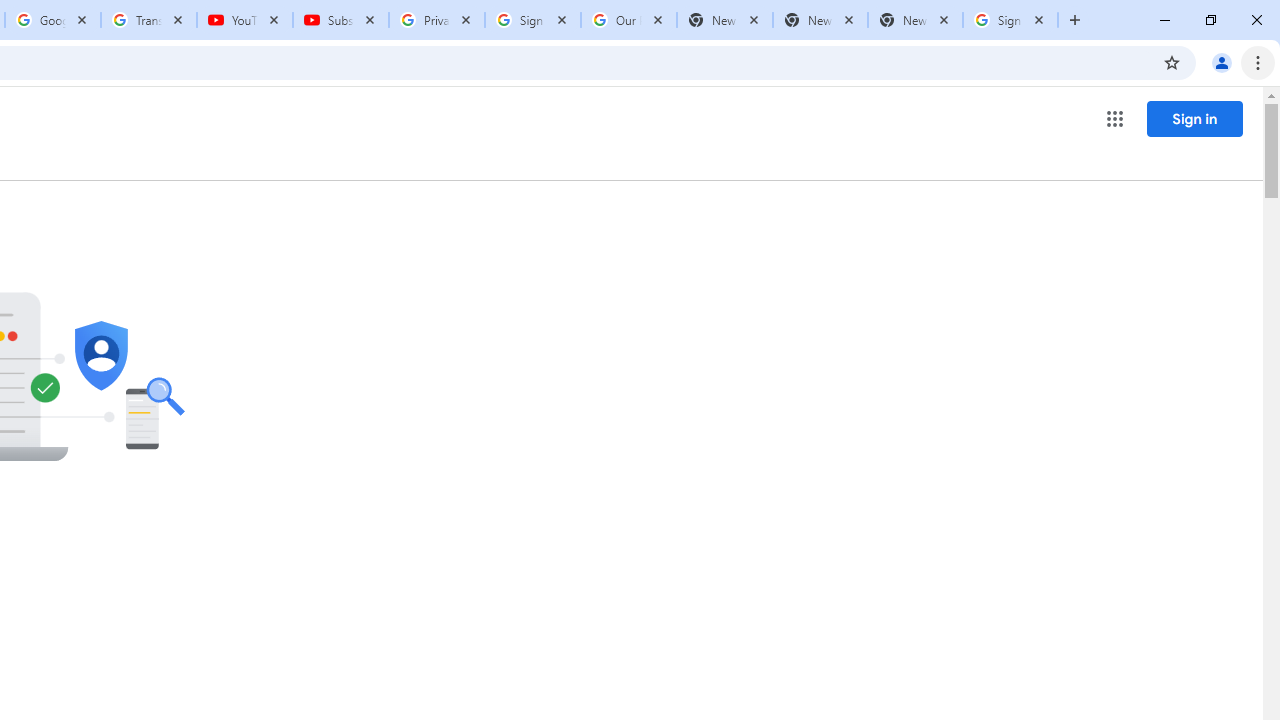  Describe the element at coordinates (914, 20) in the screenshot. I see `'New Tab'` at that location.